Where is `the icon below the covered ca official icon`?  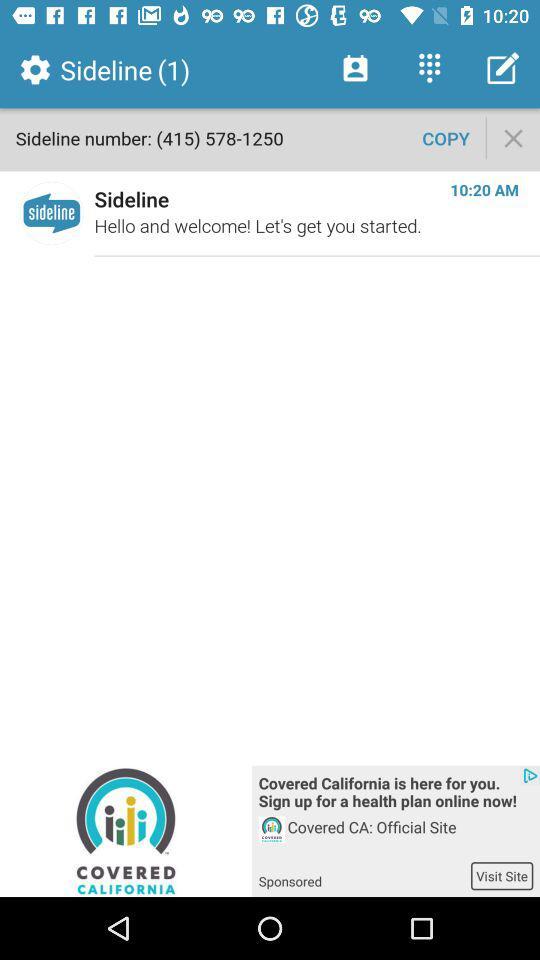
the icon below the covered ca official icon is located at coordinates (501, 875).